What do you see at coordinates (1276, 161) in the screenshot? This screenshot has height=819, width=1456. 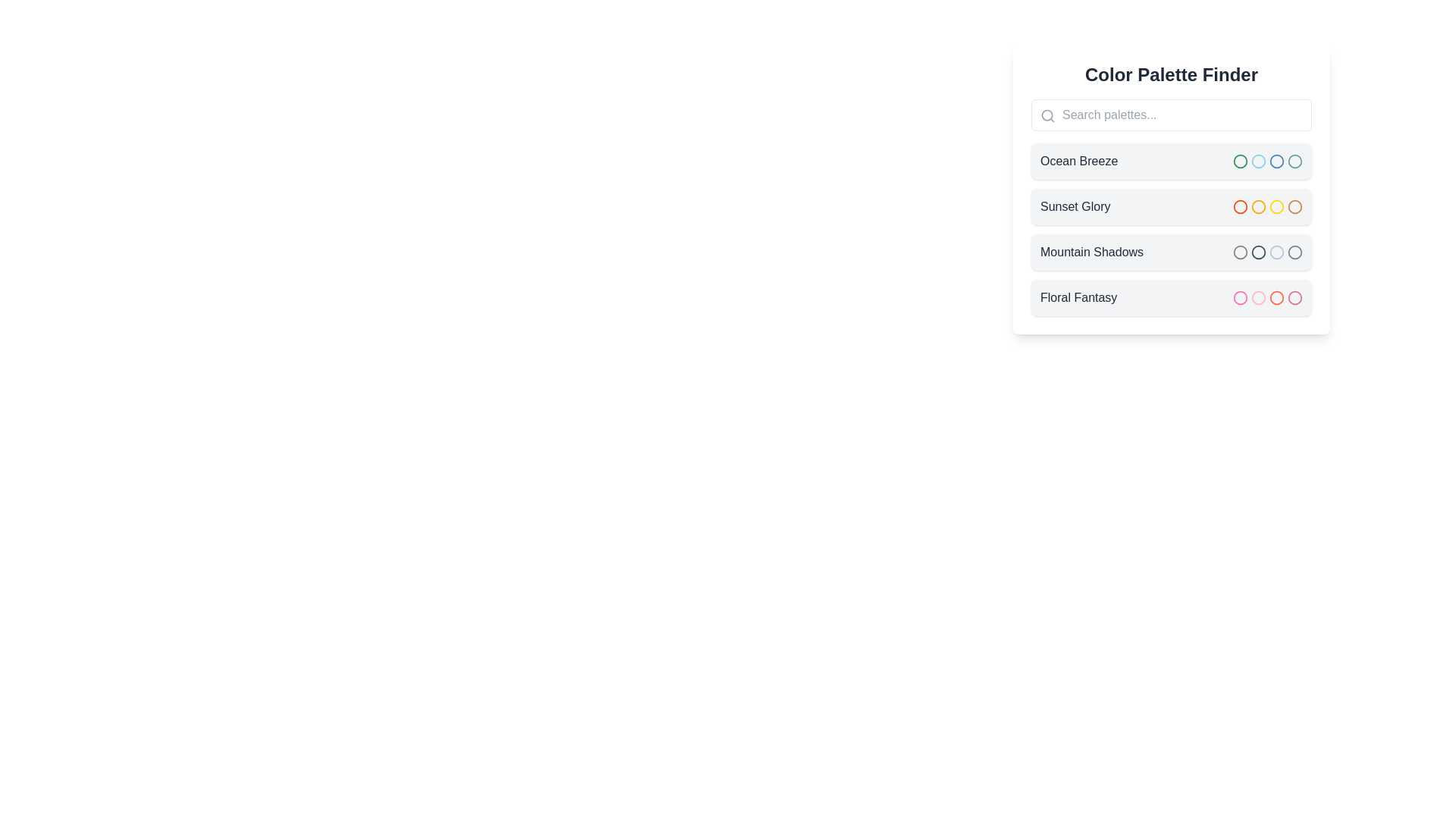 I see `the circular button with a blue outline and white center located at the end of the 'Ocean Breeze' row in the color palette section` at bounding box center [1276, 161].